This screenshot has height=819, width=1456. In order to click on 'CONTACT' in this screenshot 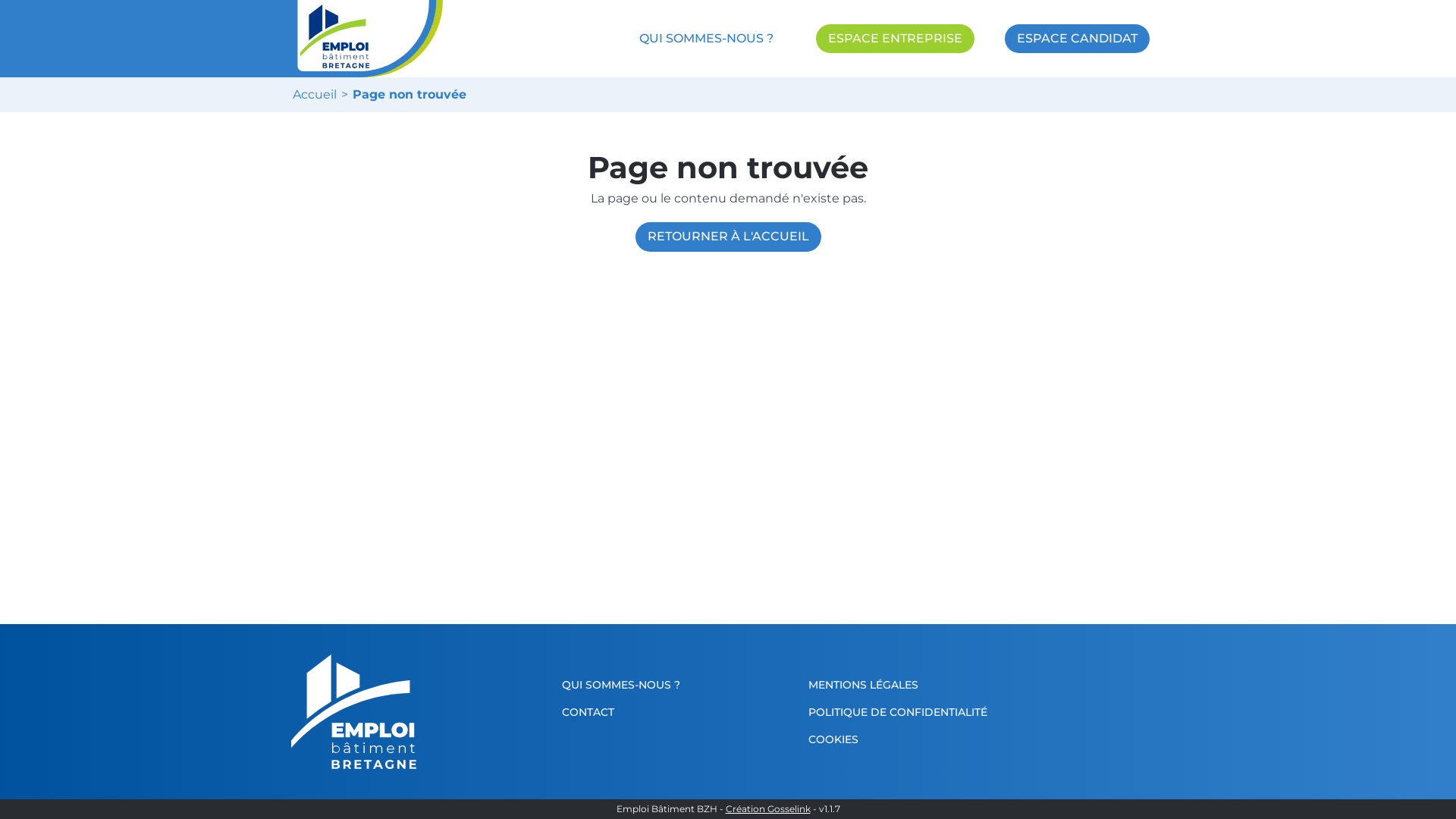, I will do `click(677, 711)`.